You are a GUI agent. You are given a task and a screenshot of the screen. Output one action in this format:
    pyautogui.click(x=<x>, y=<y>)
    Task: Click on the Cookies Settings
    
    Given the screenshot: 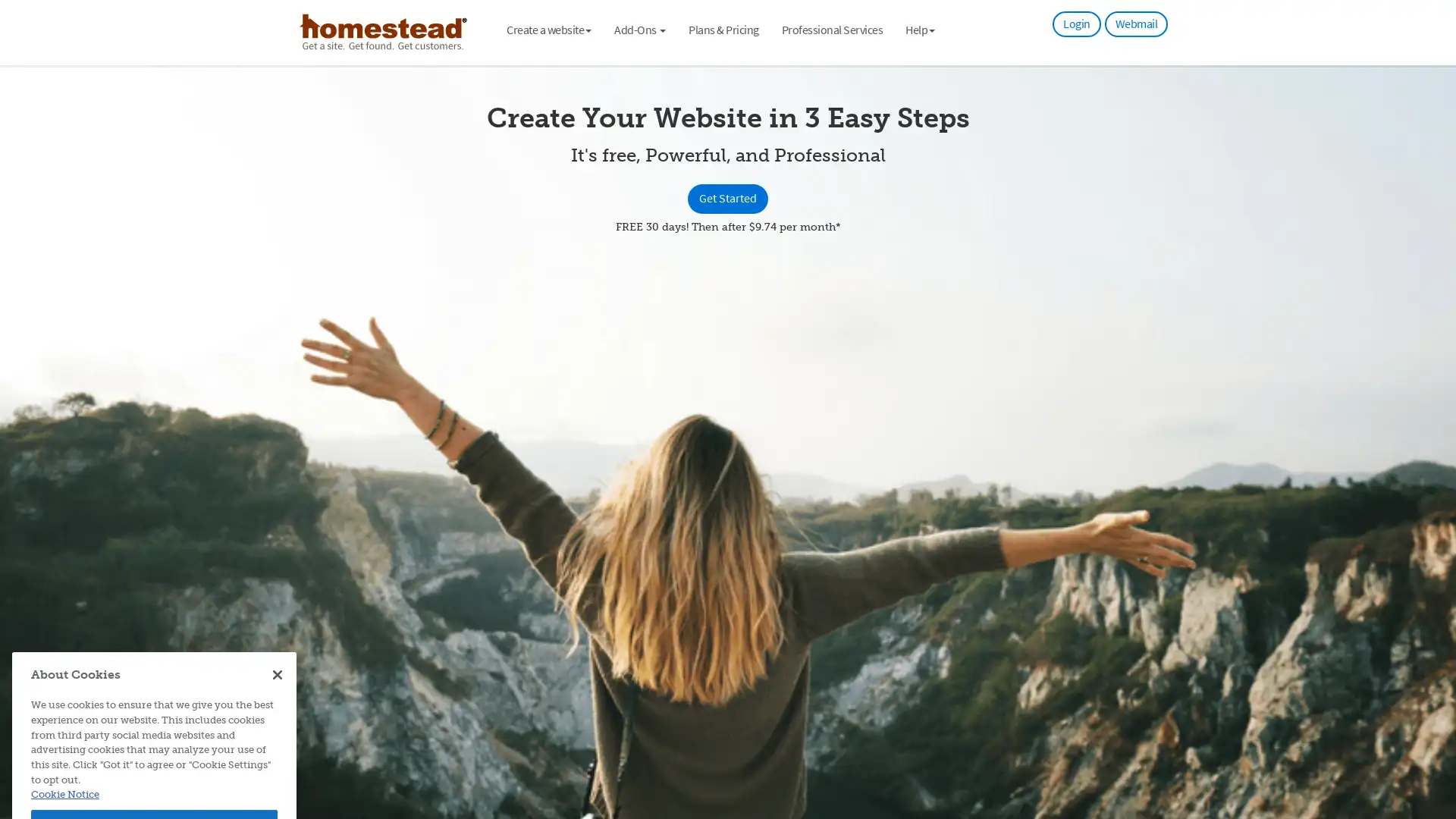 What is the action you would take?
    pyautogui.click(x=154, y=767)
    